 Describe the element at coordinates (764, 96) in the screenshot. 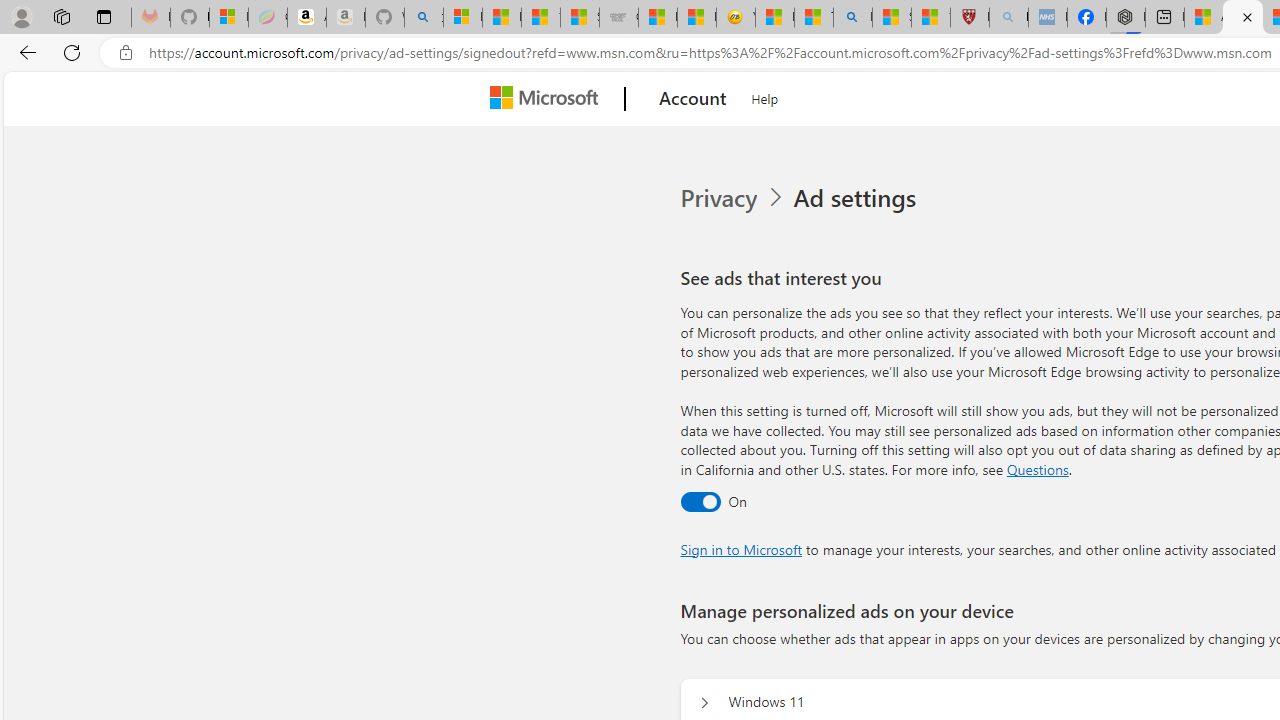

I see `'Help'` at that location.